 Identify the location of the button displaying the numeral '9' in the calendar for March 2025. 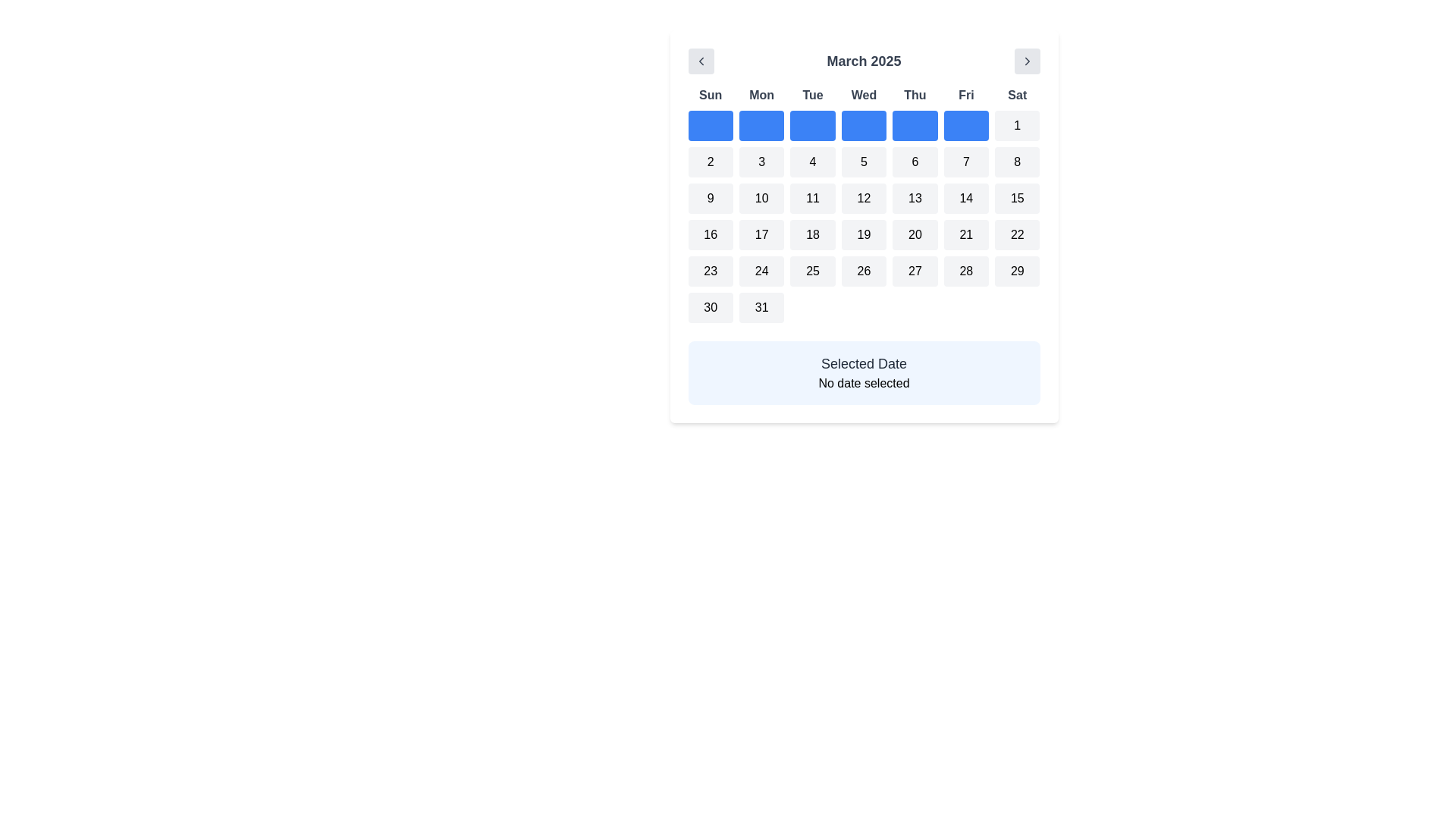
(710, 198).